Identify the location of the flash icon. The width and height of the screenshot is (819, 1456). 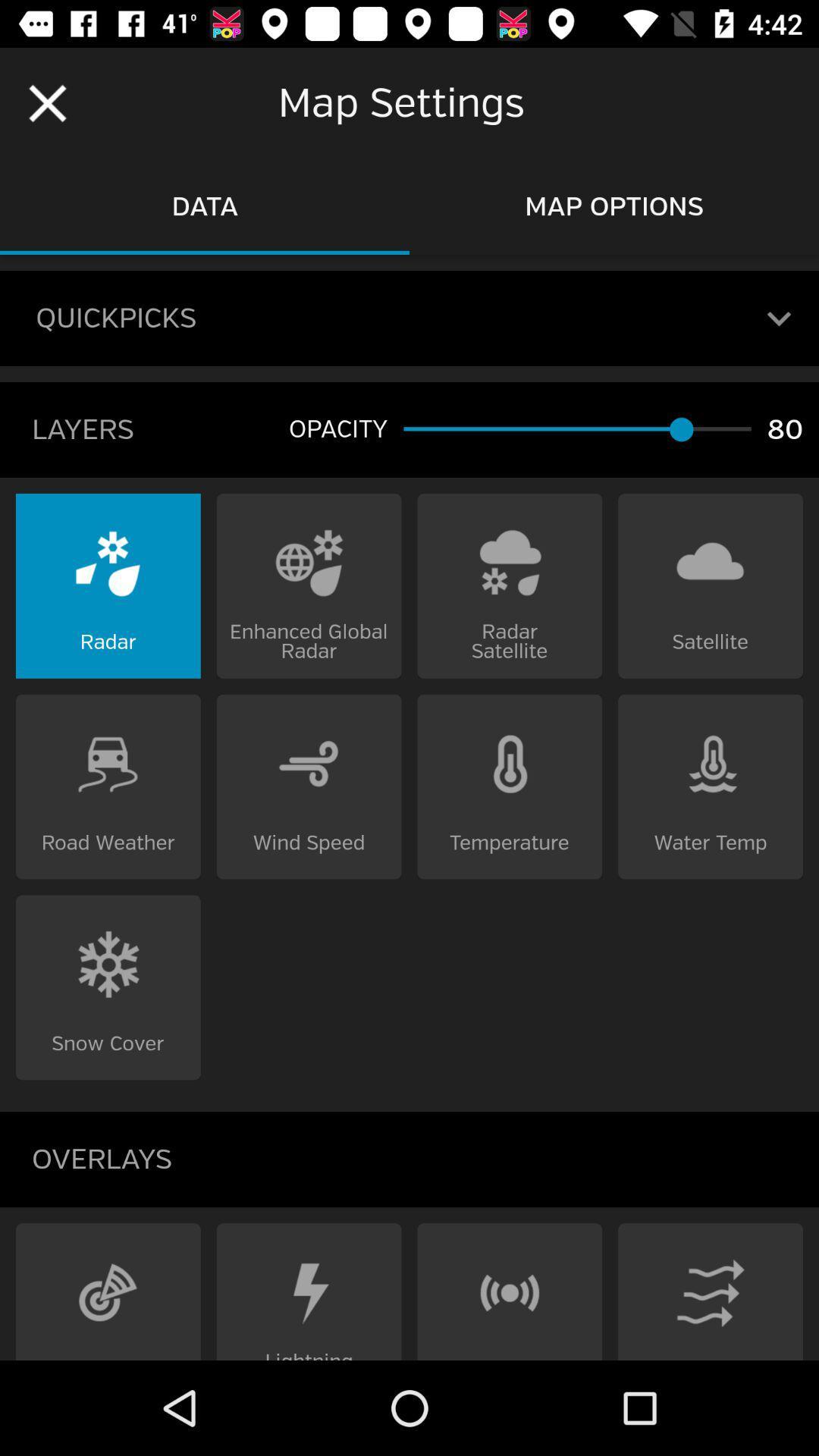
(308, 1291).